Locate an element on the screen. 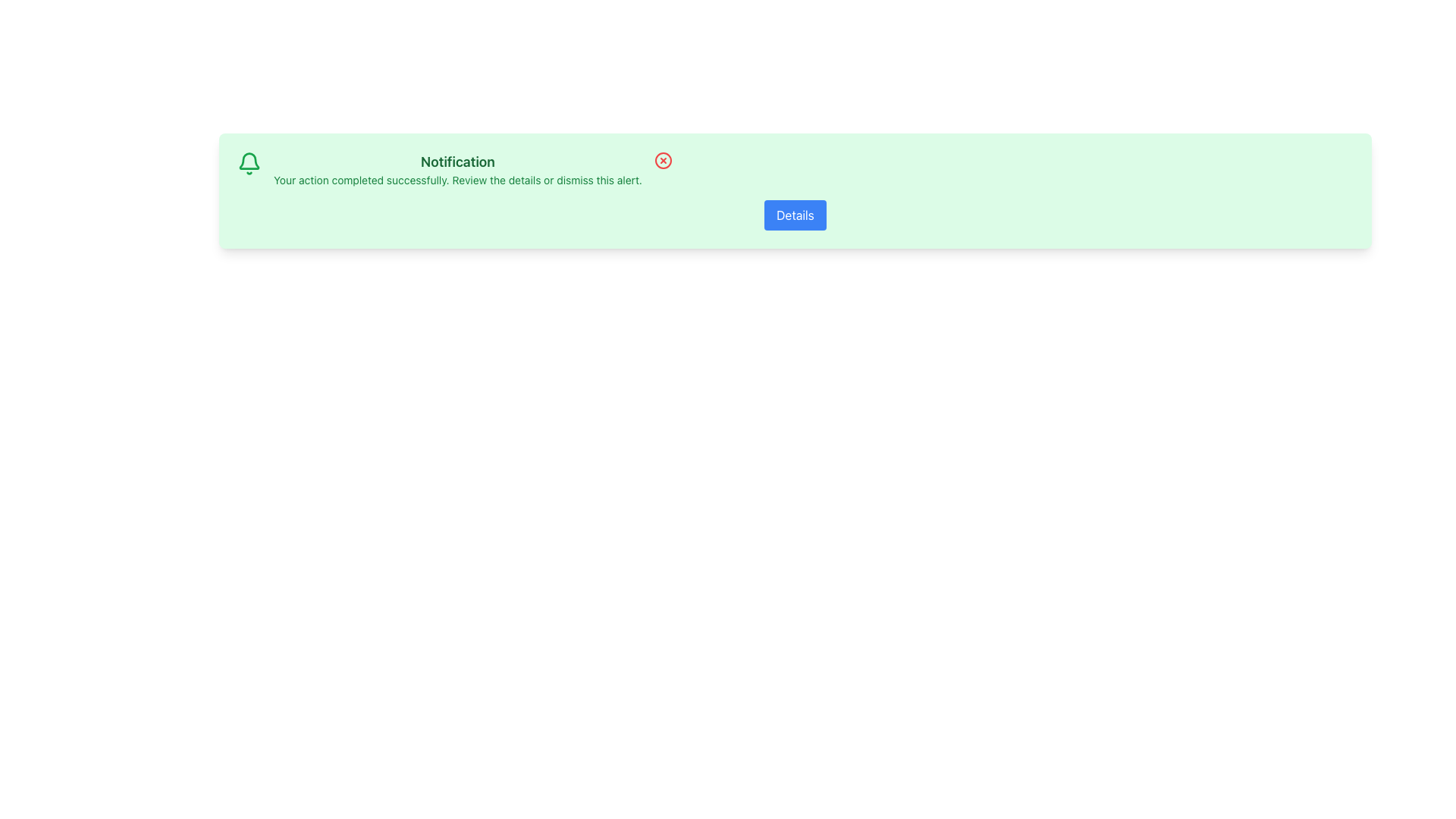 This screenshot has width=1456, height=819. the notification icon located at the far left of the notification banner, next to the text 'Notification' is located at coordinates (249, 164).